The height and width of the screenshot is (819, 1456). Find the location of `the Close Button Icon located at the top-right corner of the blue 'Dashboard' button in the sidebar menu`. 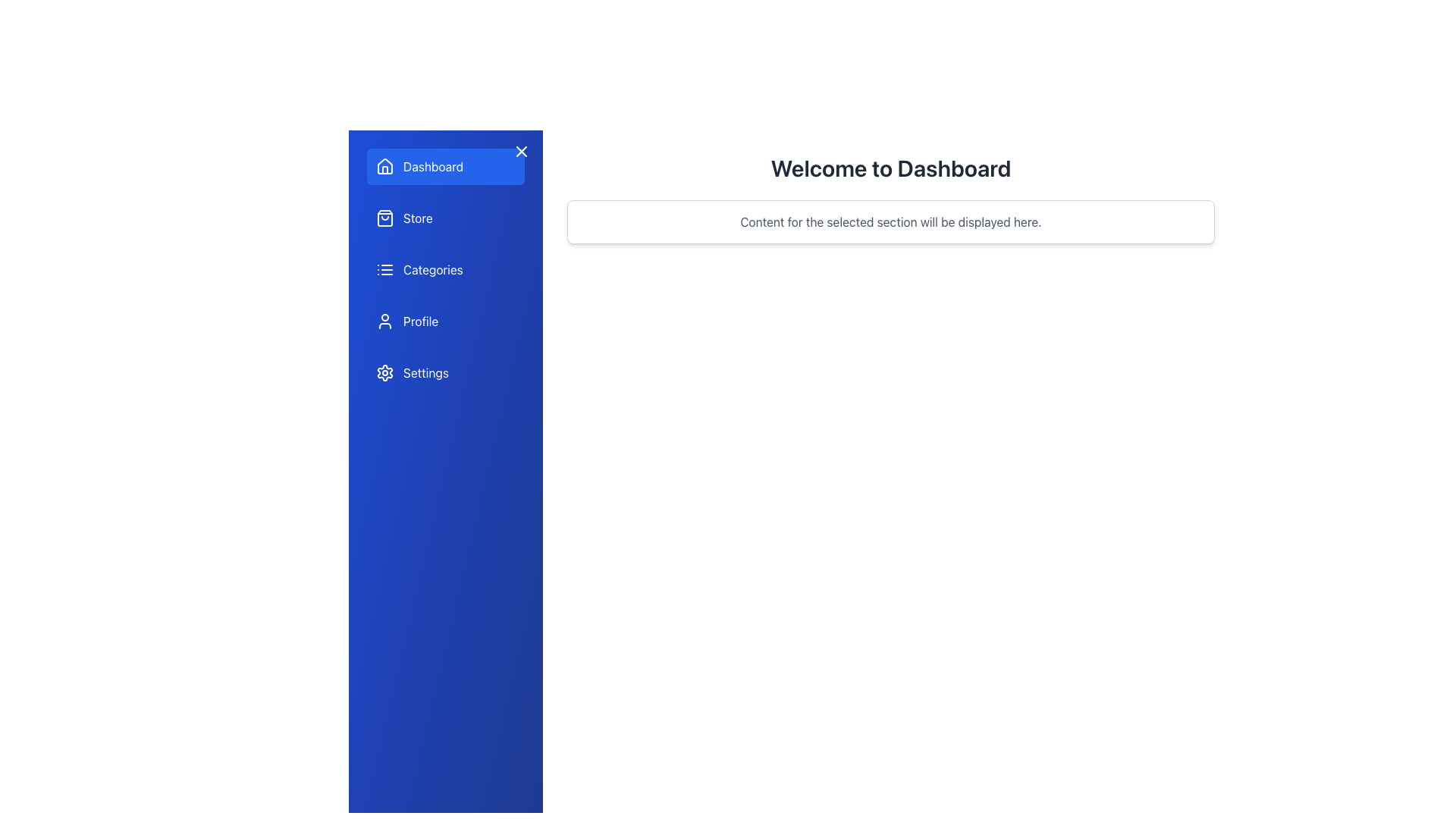

the Close Button Icon located at the top-right corner of the blue 'Dashboard' button in the sidebar menu is located at coordinates (521, 152).